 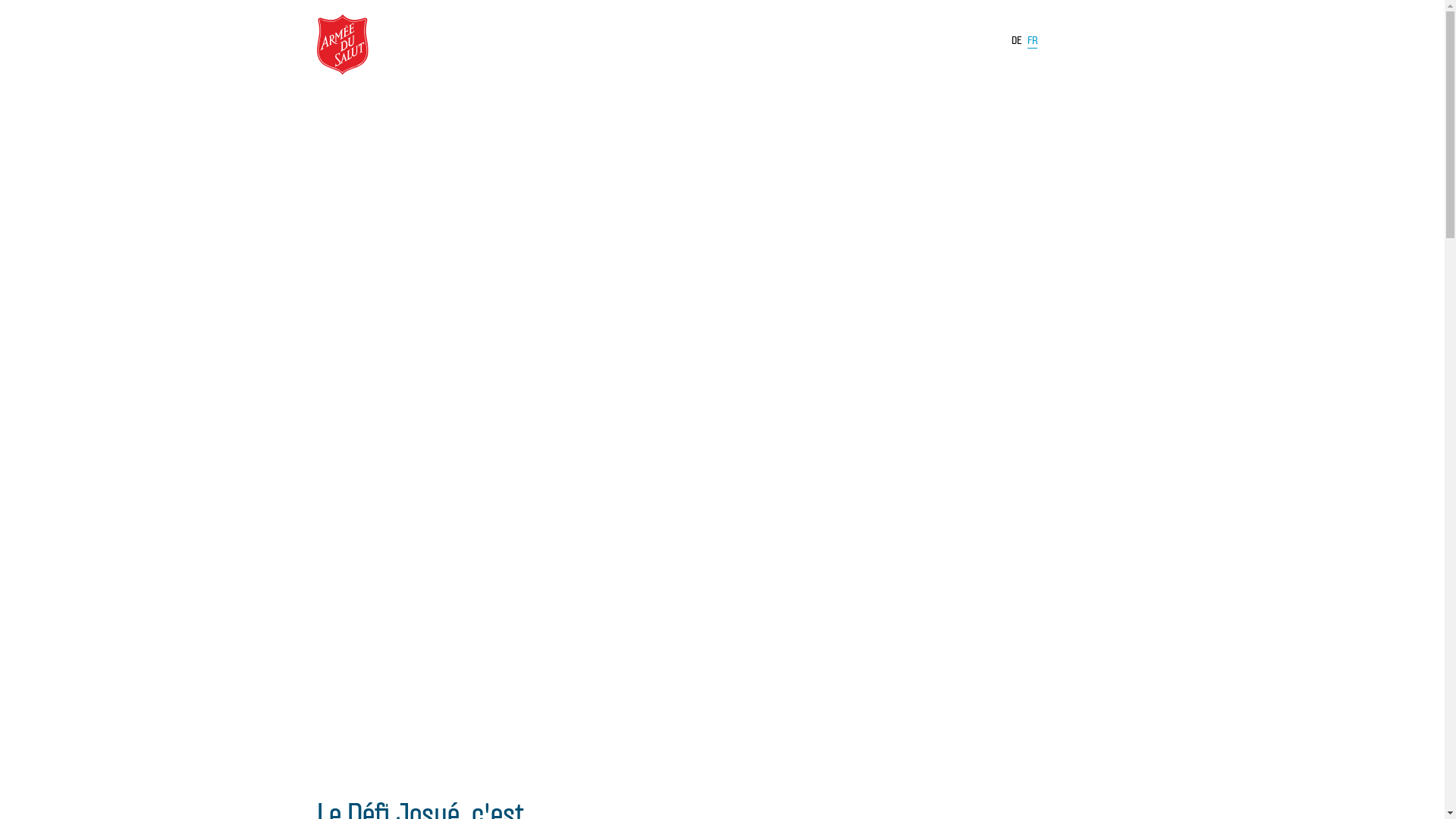 What do you see at coordinates (1031, 42) in the screenshot?
I see `'FR'` at bounding box center [1031, 42].